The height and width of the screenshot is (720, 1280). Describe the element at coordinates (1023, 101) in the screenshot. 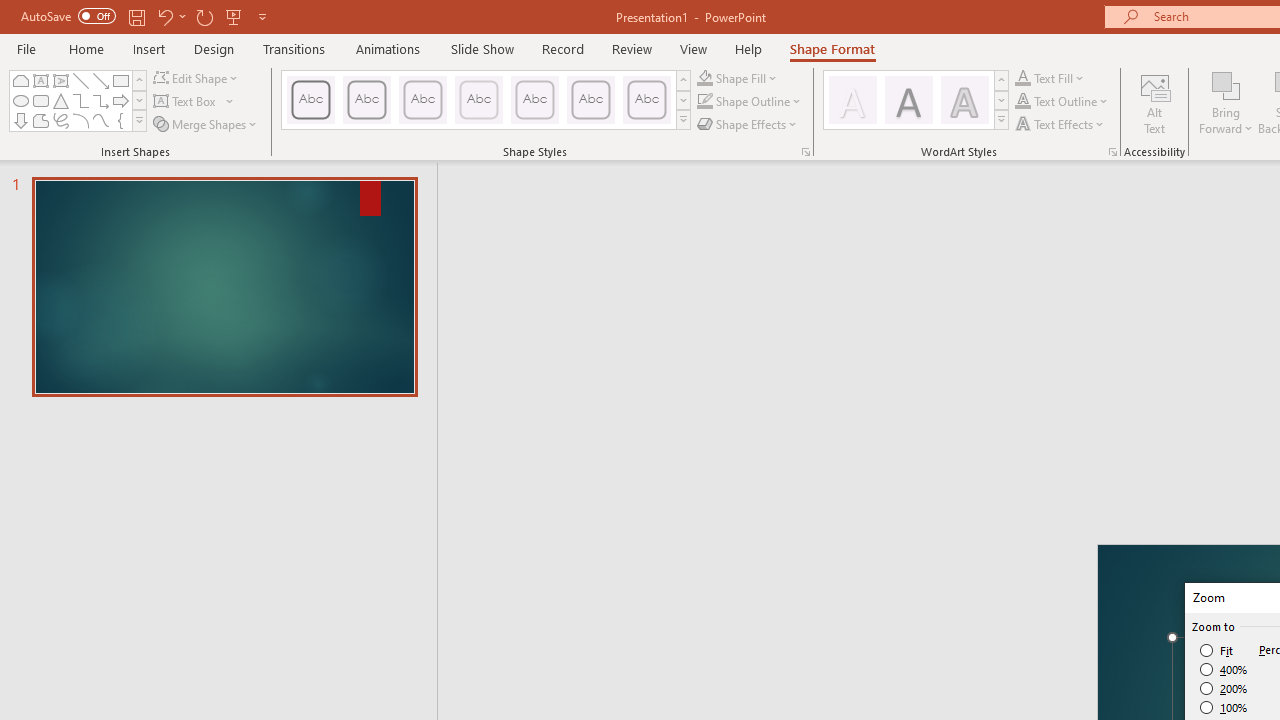

I see `'Text Outline RGB(0, 0, 0)'` at that location.